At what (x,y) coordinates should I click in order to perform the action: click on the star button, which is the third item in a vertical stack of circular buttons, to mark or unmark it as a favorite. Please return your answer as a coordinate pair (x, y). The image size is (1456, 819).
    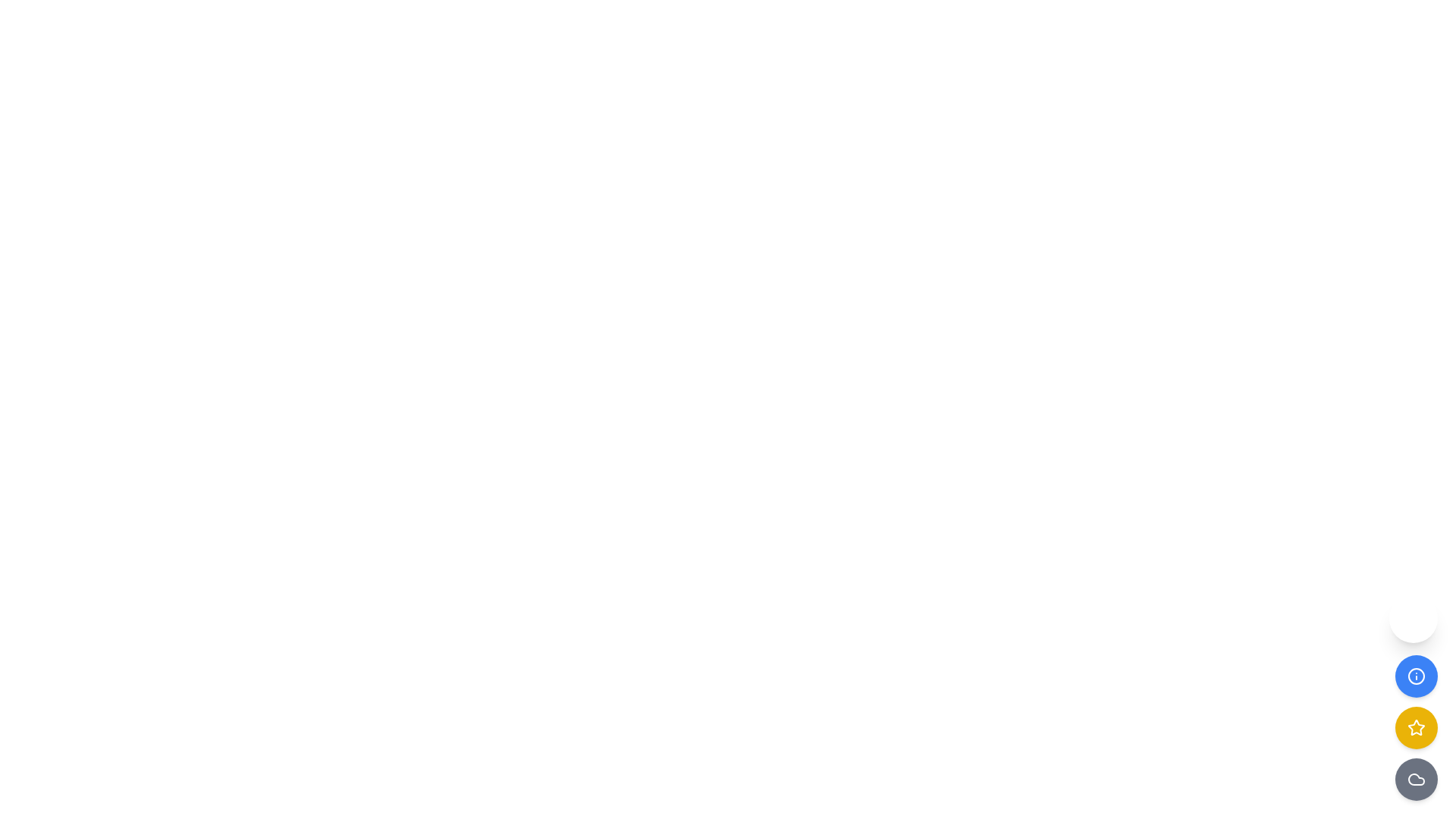
    Looking at the image, I should click on (1415, 727).